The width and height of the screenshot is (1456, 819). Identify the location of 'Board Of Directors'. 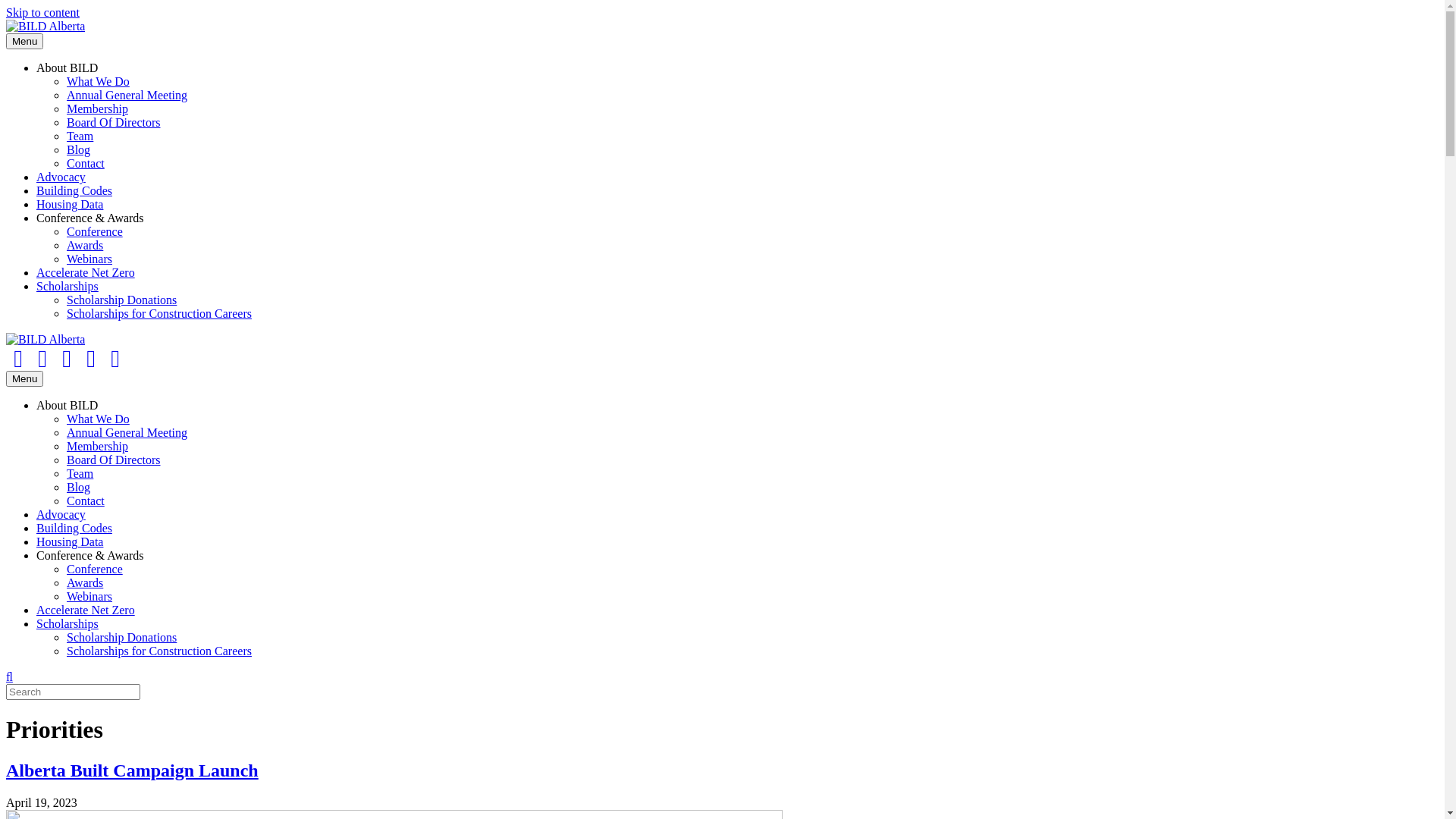
(112, 121).